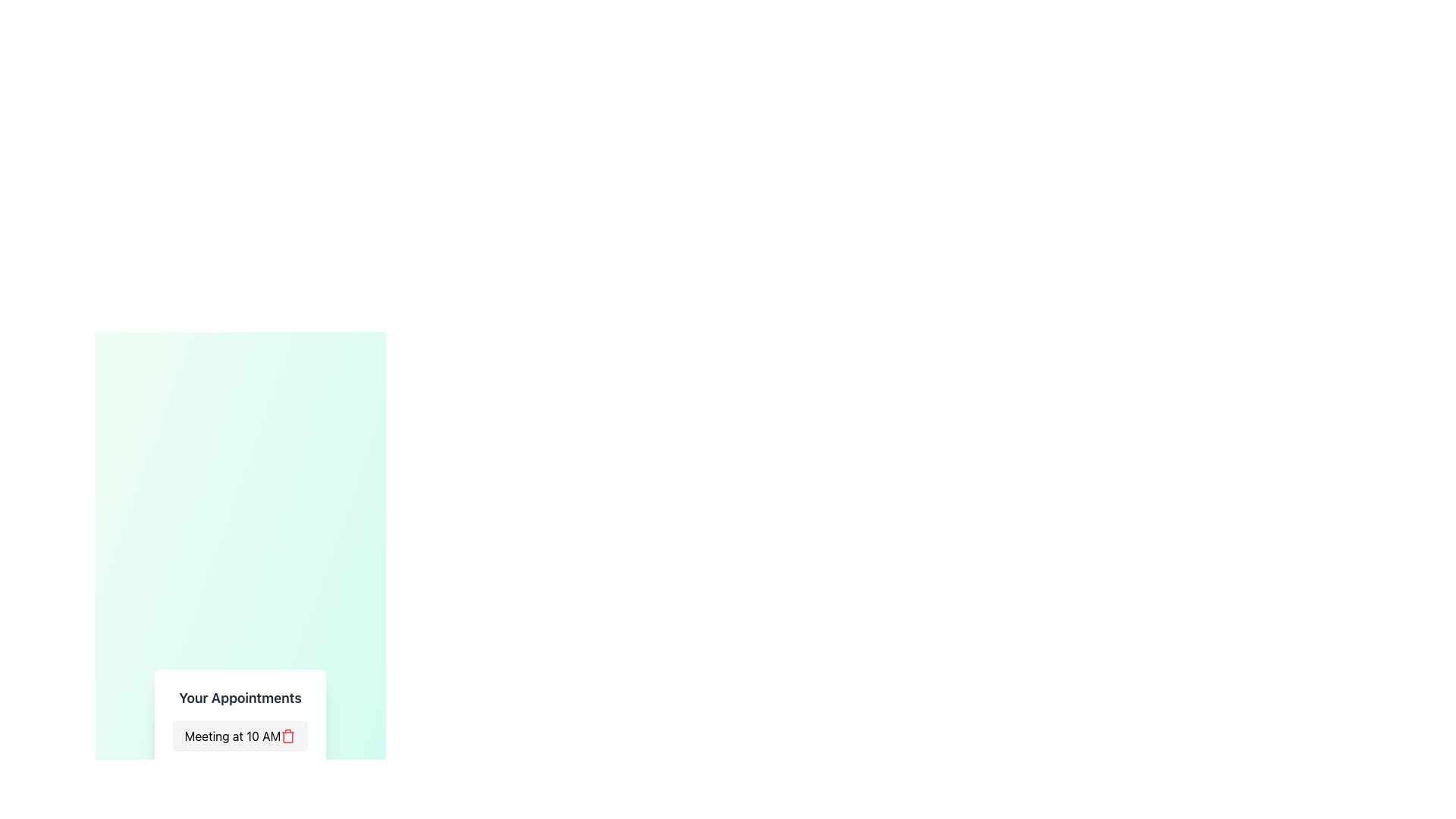  Describe the element at coordinates (239, 741) in the screenshot. I see `the meeting schedule text in the appointment display card` at that location.